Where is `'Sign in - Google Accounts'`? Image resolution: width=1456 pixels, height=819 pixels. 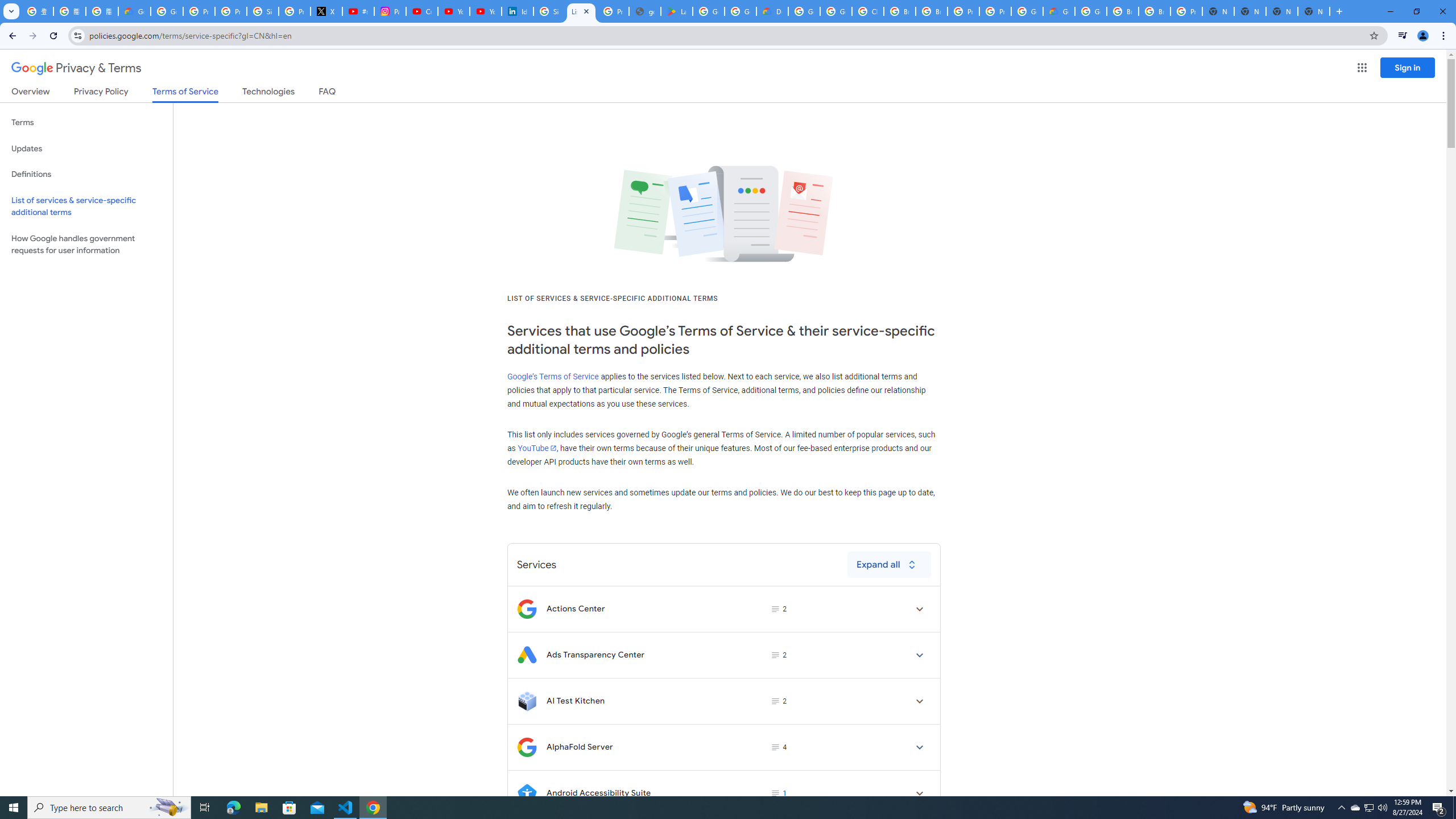
'Sign in - Google Accounts' is located at coordinates (549, 11).